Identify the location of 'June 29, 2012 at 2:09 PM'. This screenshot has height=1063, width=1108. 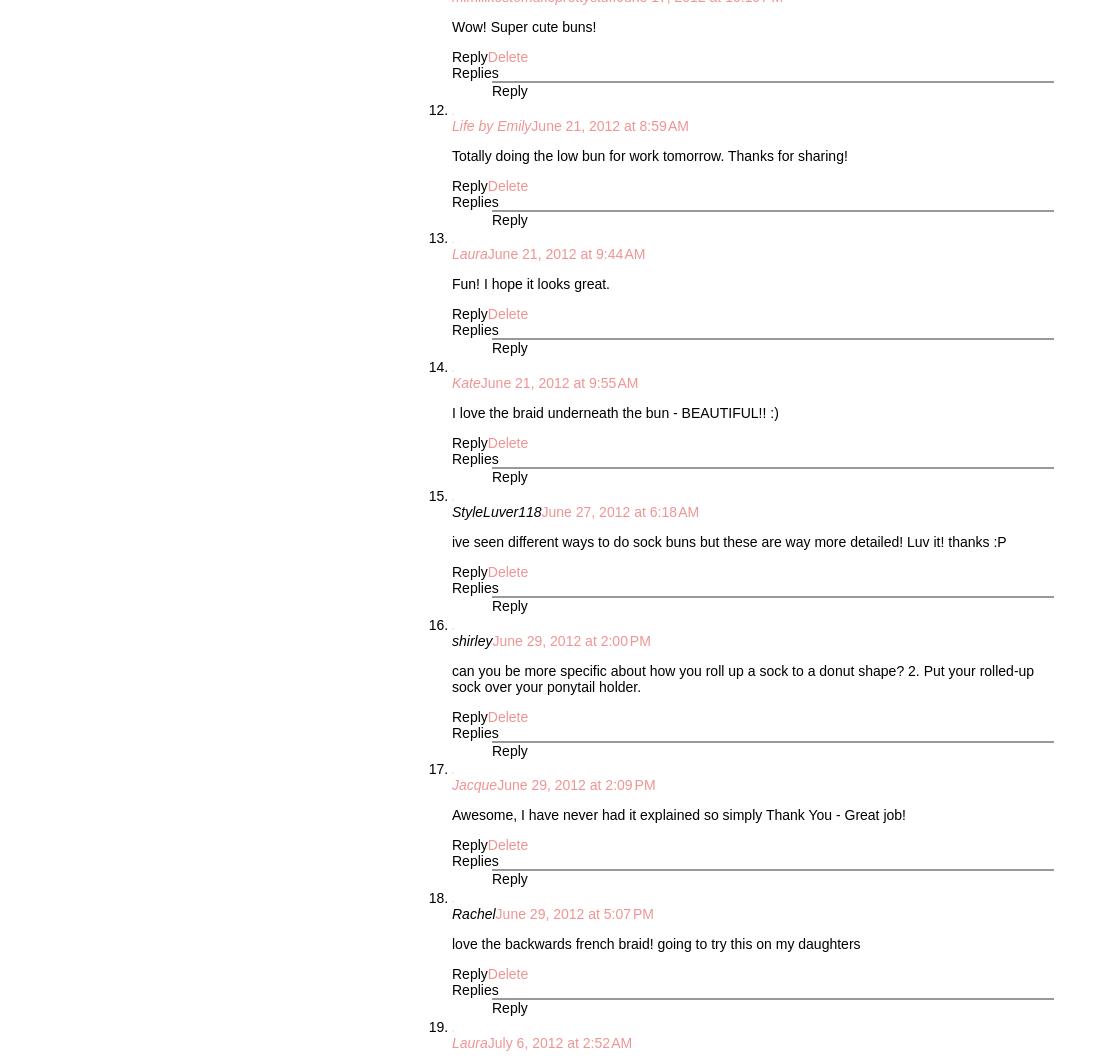
(576, 784).